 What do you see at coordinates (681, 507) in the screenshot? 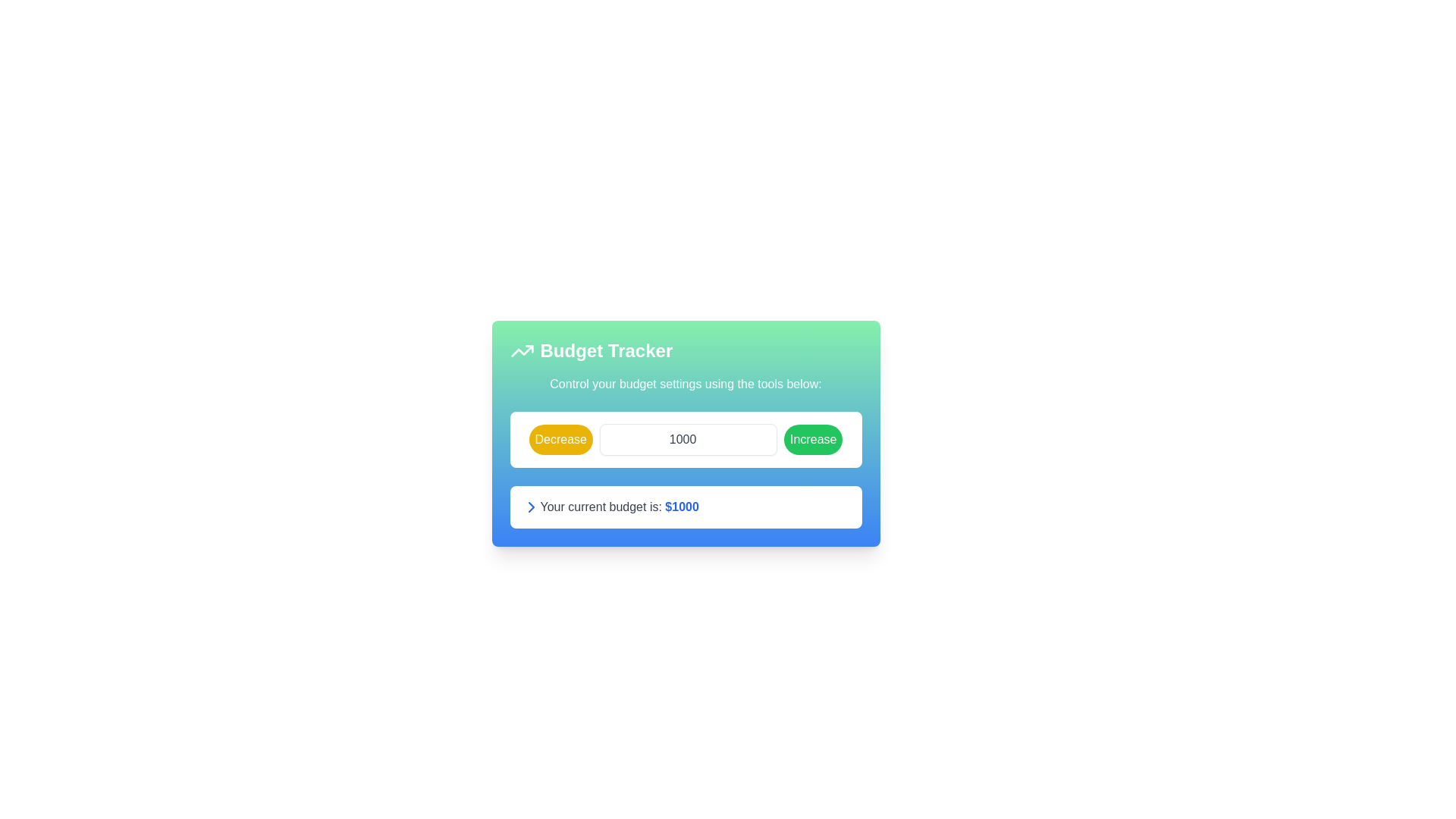
I see `the static text label that displays the current budget value, located at the bottom section of the application interface, aligned with the sentence 'Your current budget is:'` at bounding box center [681, 507].